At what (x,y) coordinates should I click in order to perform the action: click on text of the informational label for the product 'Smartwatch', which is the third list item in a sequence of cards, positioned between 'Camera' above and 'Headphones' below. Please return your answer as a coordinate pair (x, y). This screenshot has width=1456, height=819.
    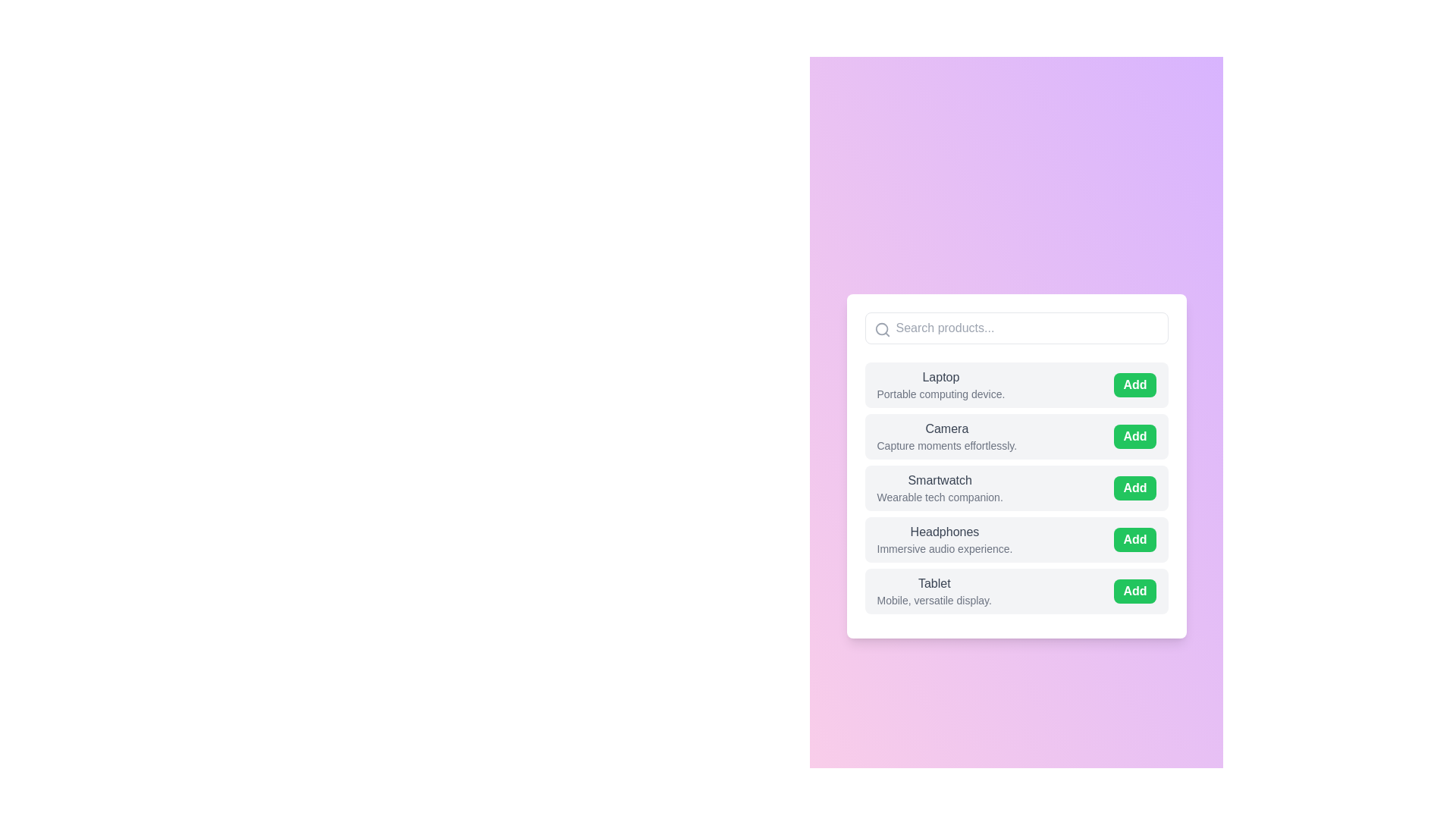
    Looking at the image, I should click on (939, 488).